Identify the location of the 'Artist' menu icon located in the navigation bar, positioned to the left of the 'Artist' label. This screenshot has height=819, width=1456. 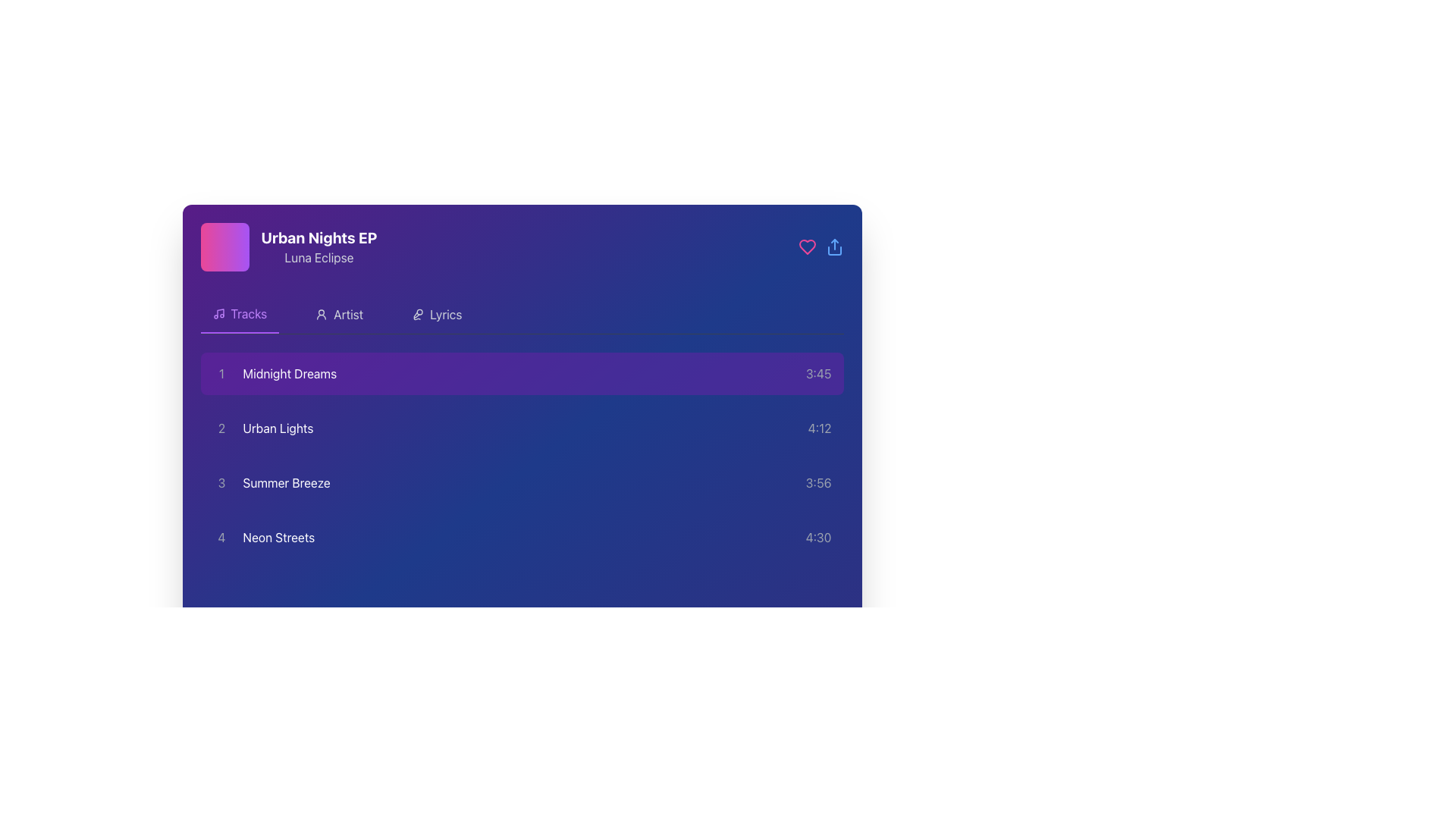
(320, 314).